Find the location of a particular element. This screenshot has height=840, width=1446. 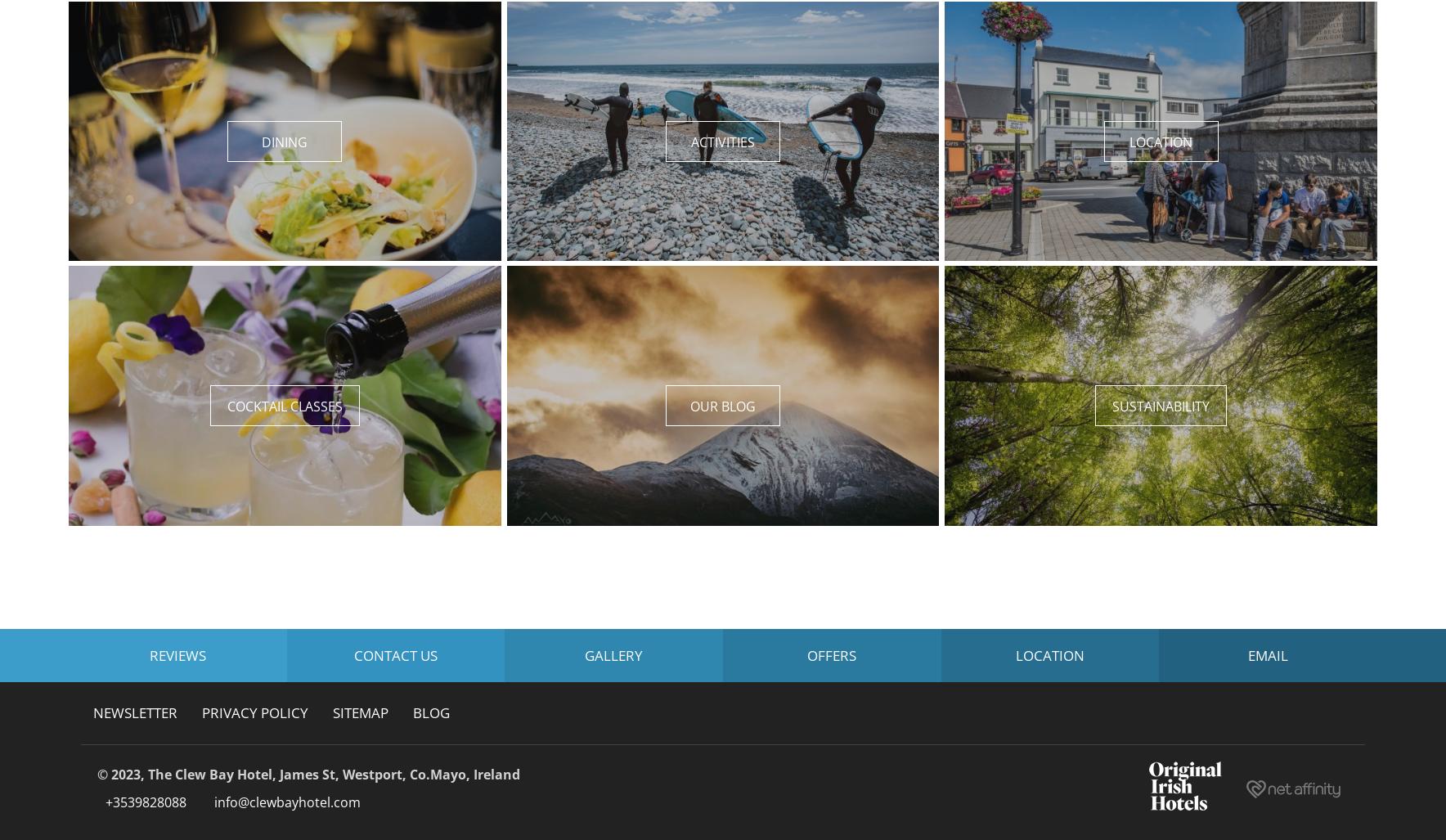

'Email' is located at coordinates (1268, 654).